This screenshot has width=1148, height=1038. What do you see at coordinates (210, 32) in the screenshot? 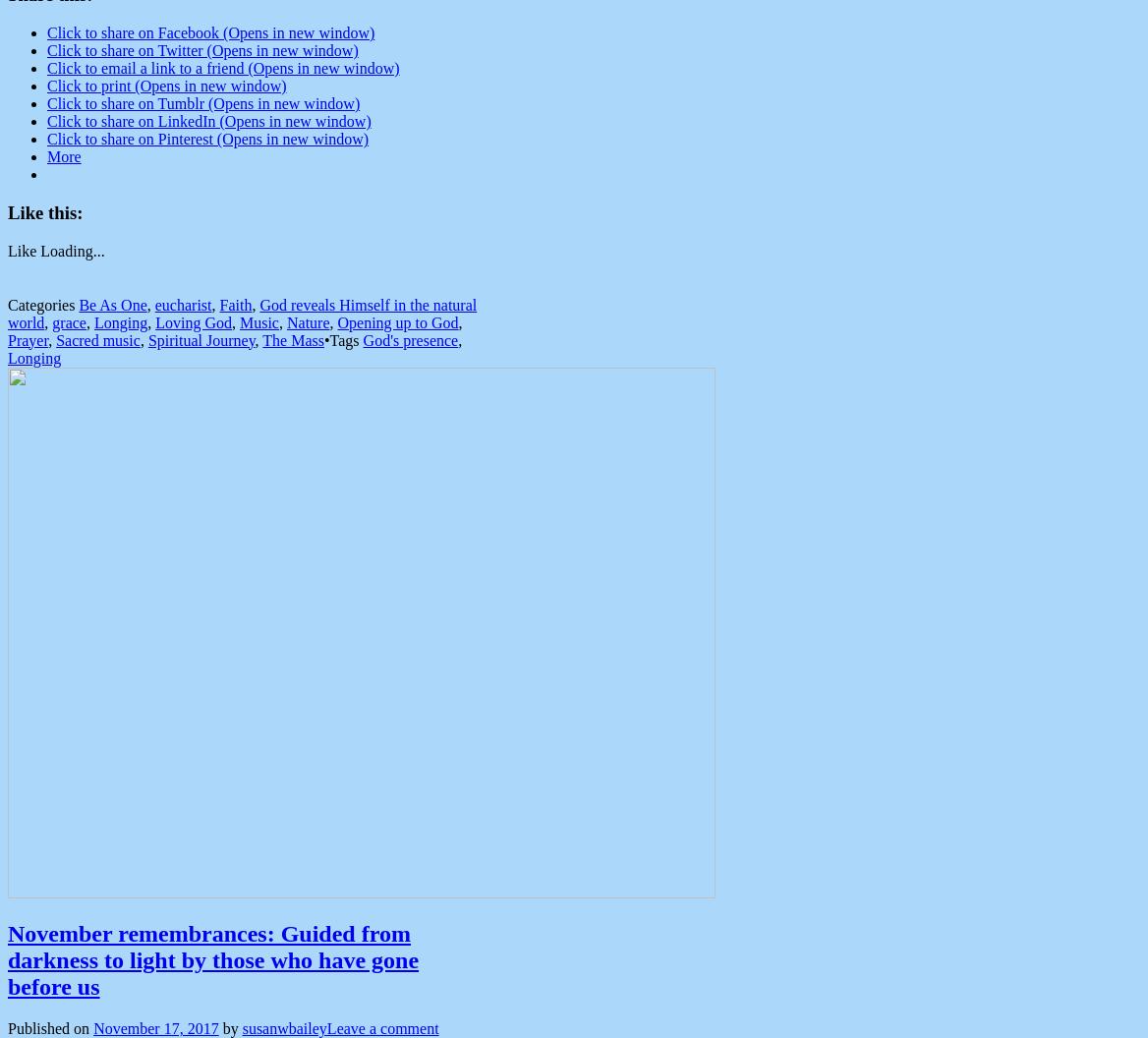
I see `'Click to share on Facebook (Opens in new window)'` at bounding box center [210, 32].